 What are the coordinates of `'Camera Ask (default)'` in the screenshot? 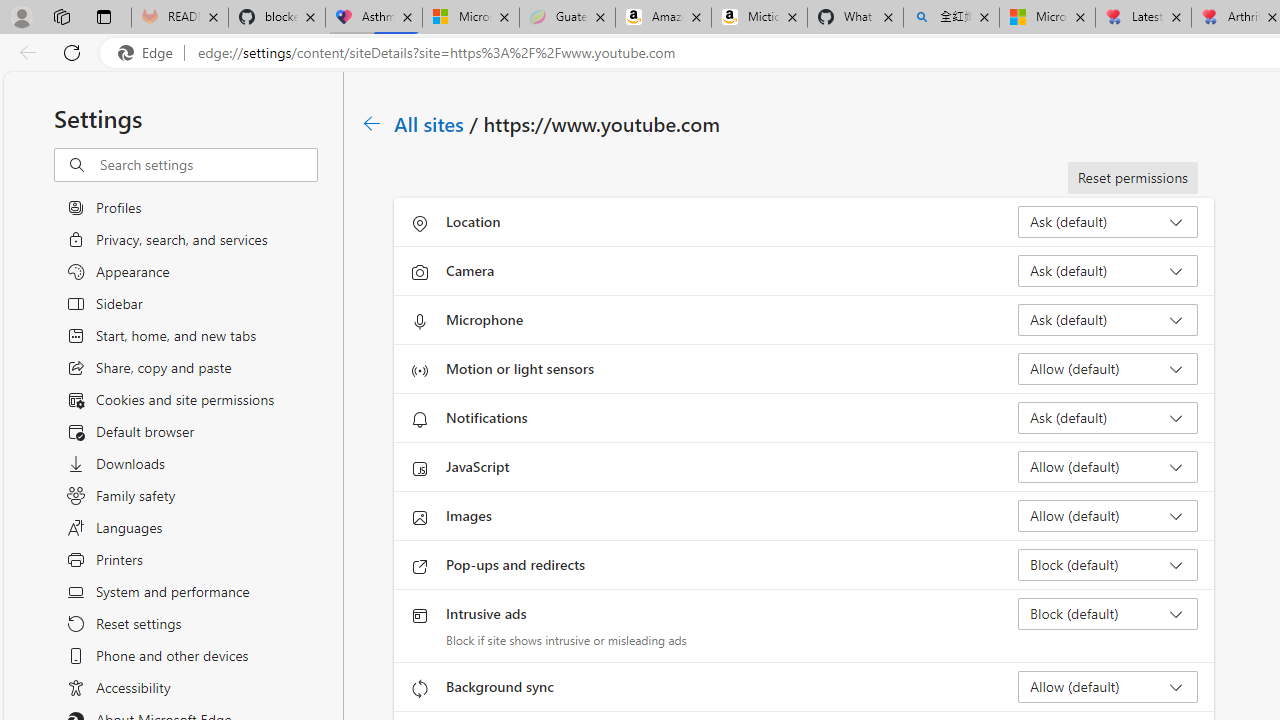 It's located at (1106, 271).